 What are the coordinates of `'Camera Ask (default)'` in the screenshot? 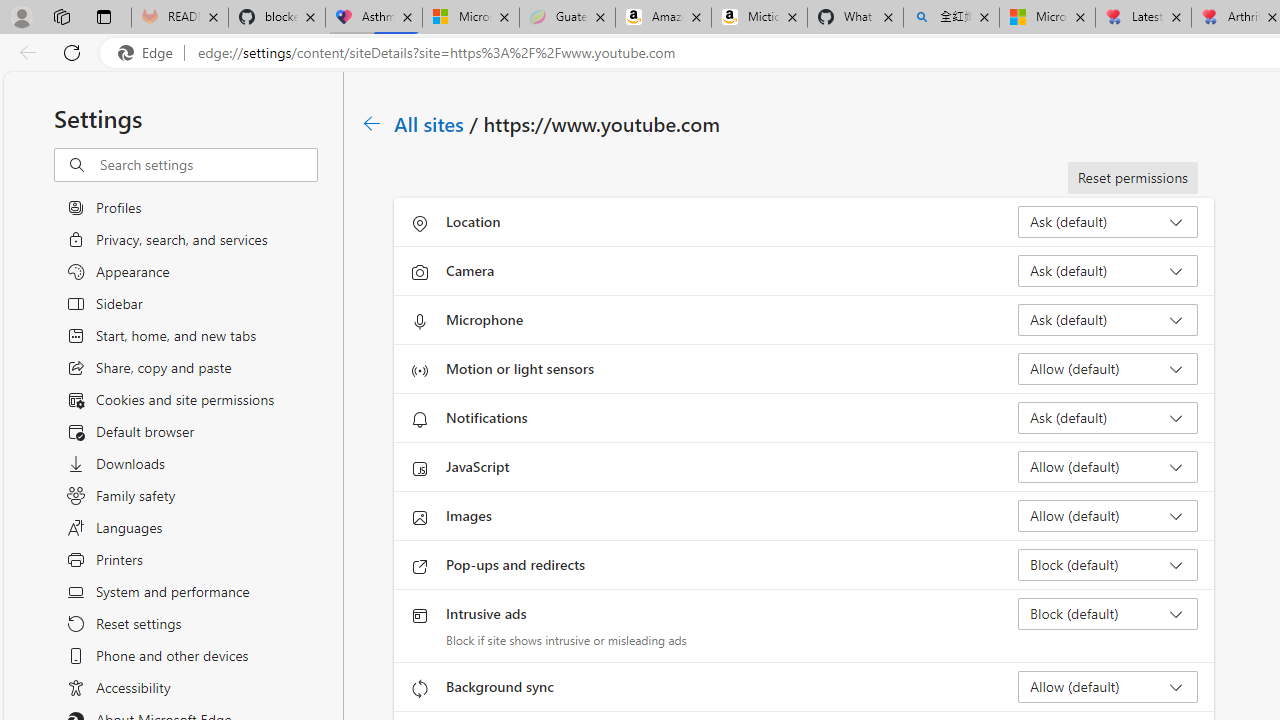 It's located at (1106, 271).